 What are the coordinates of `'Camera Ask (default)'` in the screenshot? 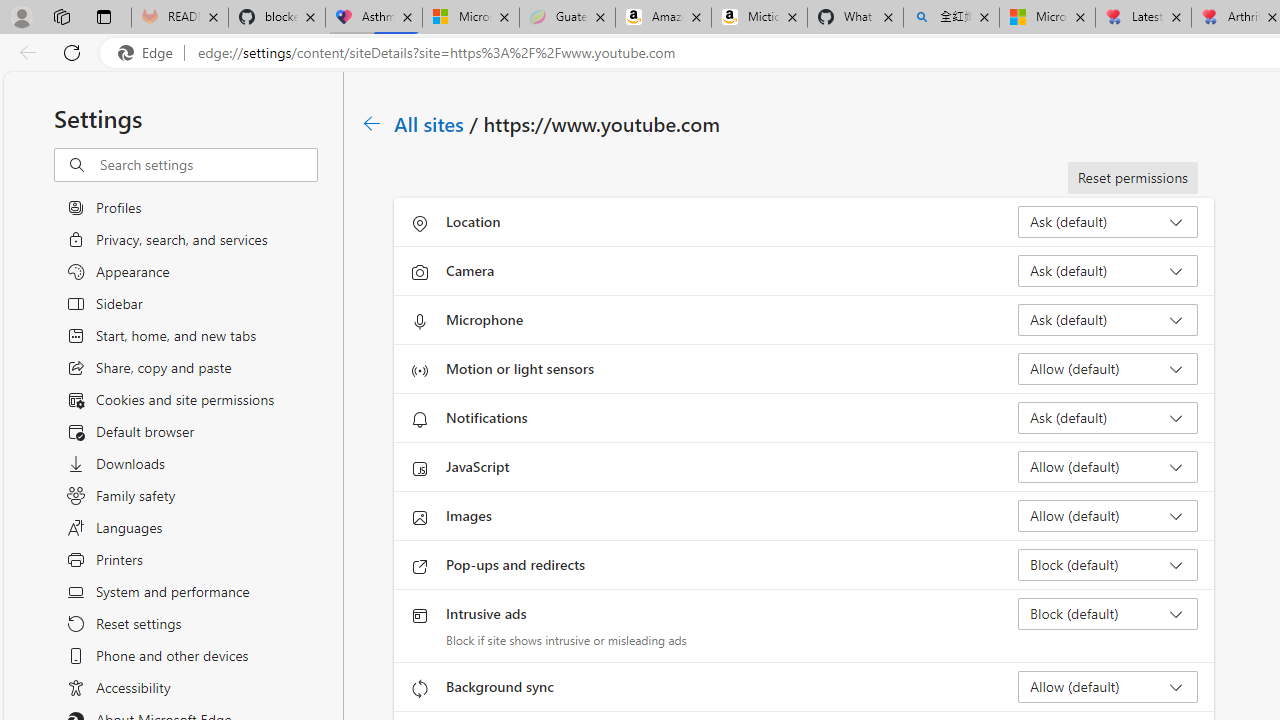 It's located at (1106, 271).